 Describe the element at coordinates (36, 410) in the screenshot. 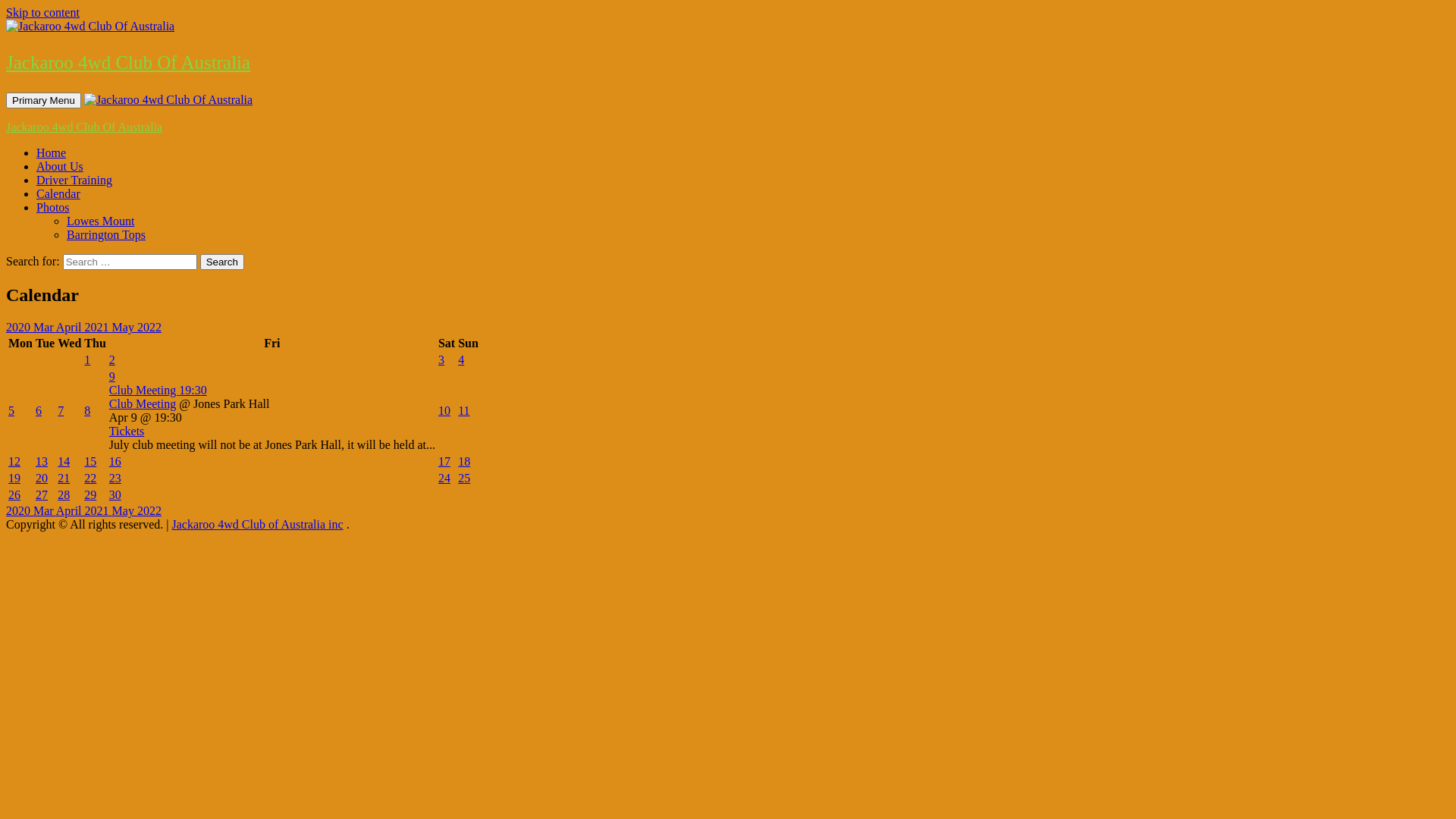

I see `'6'` at that location.